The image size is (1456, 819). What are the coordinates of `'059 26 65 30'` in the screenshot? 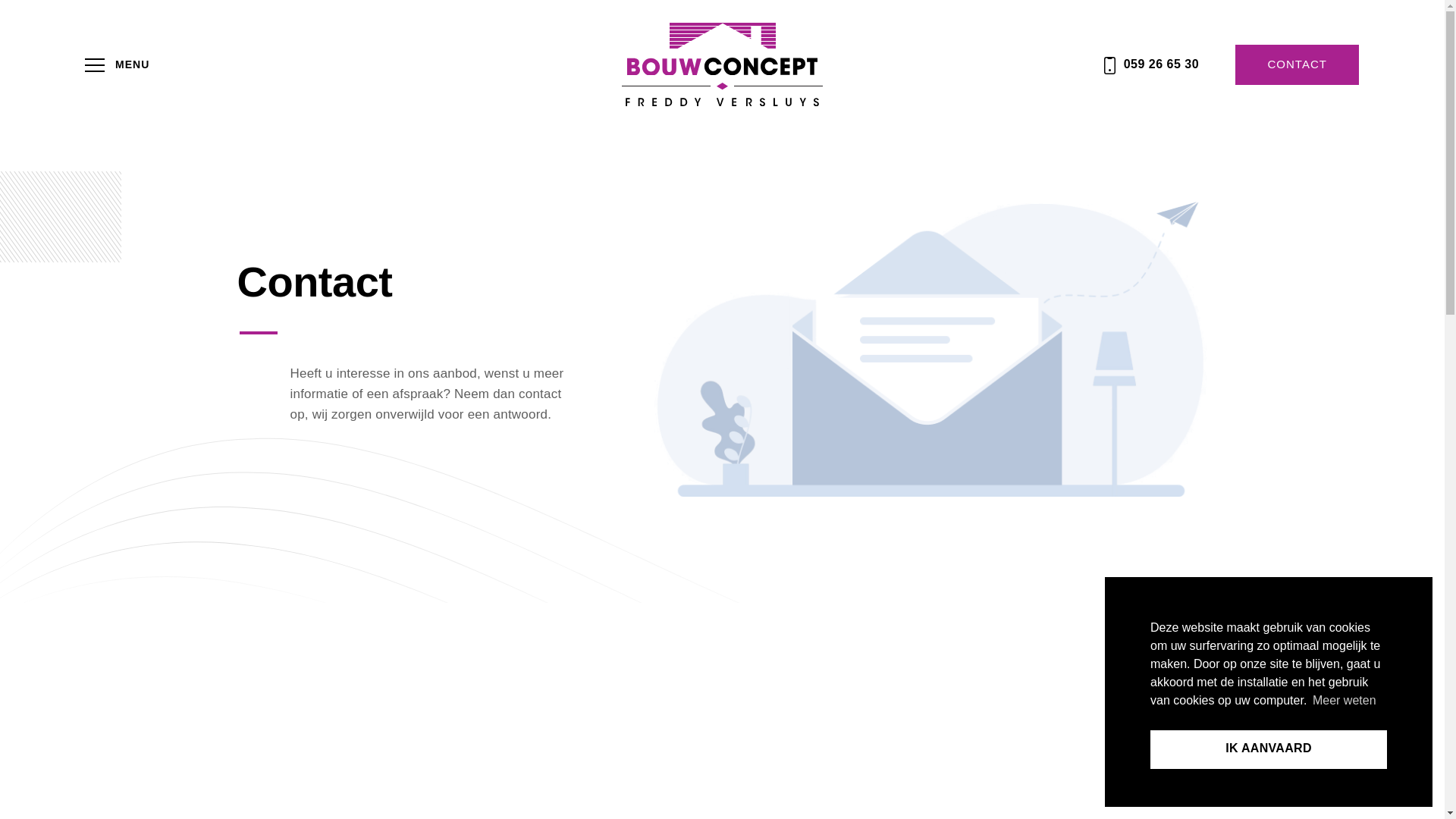 It's located at (1151, 63).